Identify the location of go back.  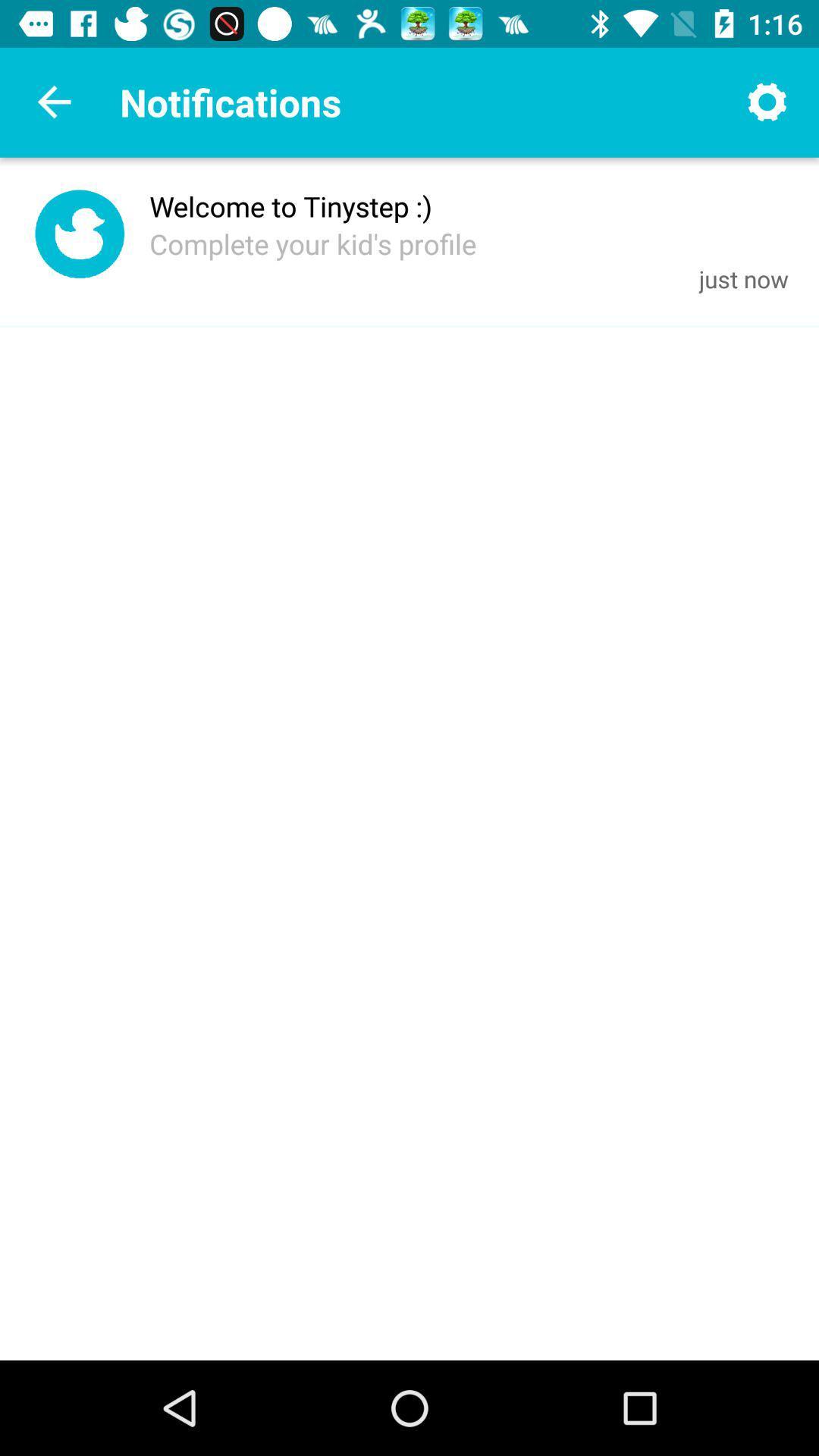
(54, 102).